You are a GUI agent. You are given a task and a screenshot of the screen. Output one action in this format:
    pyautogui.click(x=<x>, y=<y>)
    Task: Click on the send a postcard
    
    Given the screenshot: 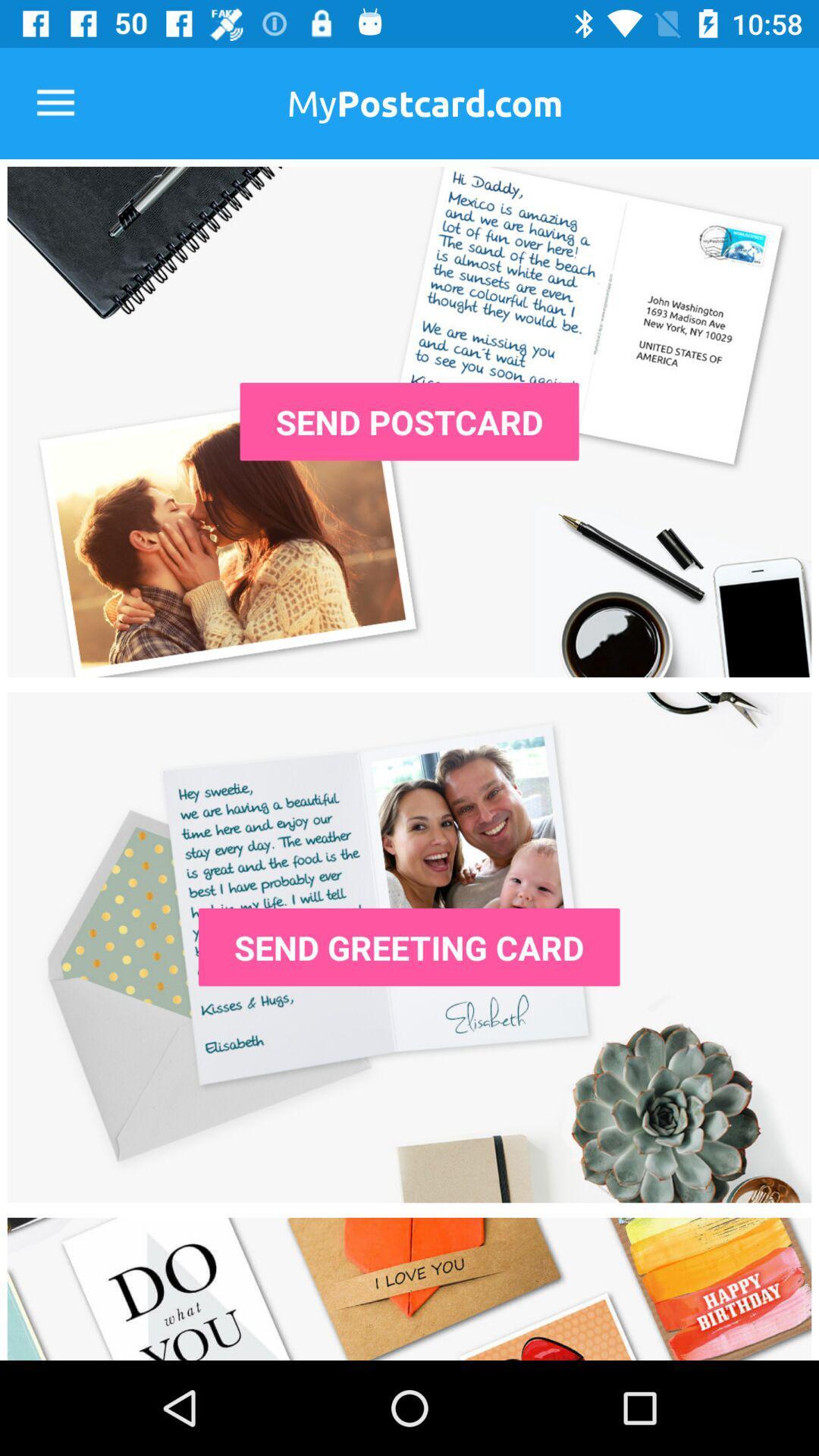 What is the action you would take?
    pyautogui.click(x=409, y=422)
    